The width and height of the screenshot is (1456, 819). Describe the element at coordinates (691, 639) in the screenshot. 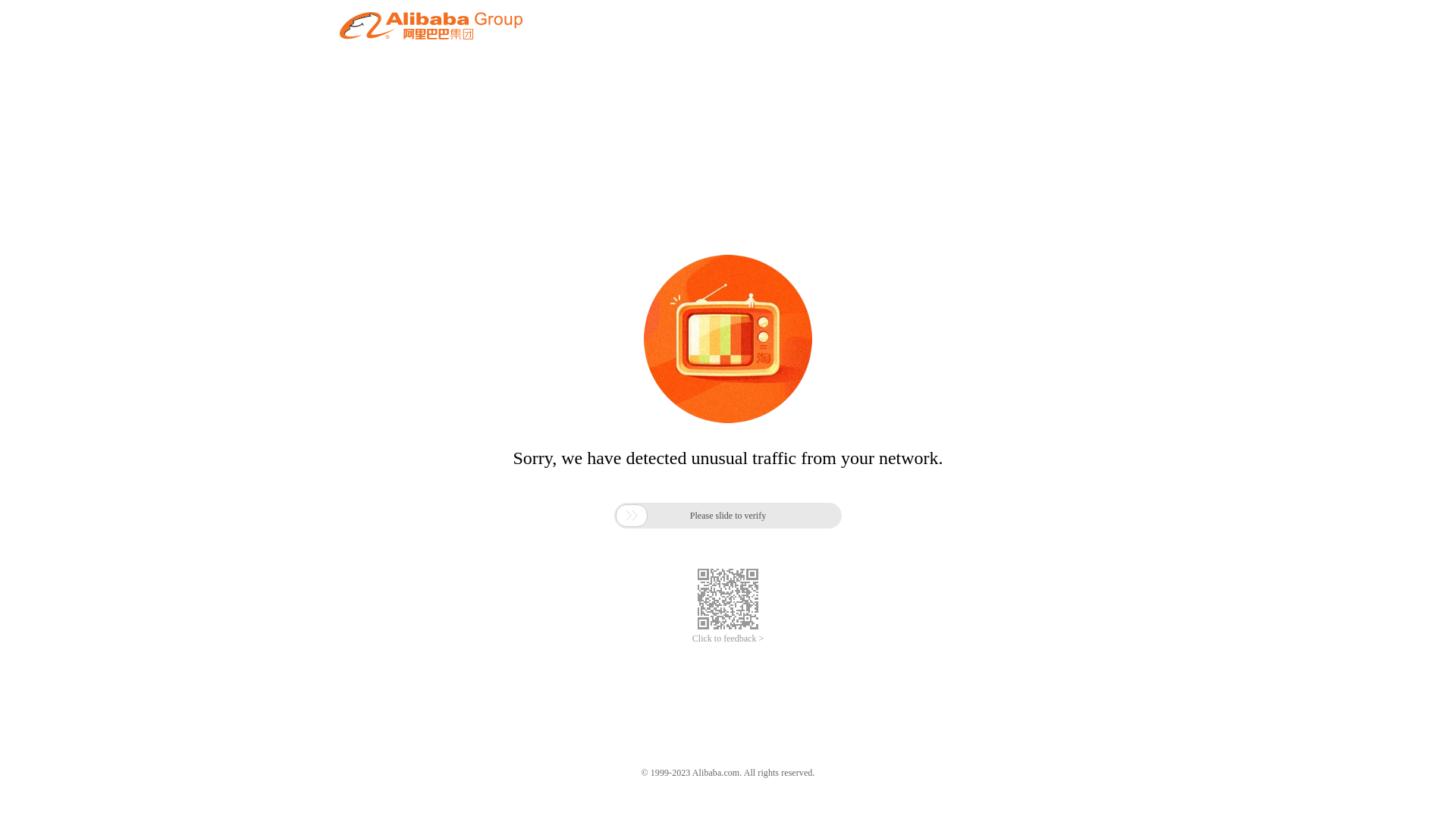

I see `'Click to feedback >'` at that location.